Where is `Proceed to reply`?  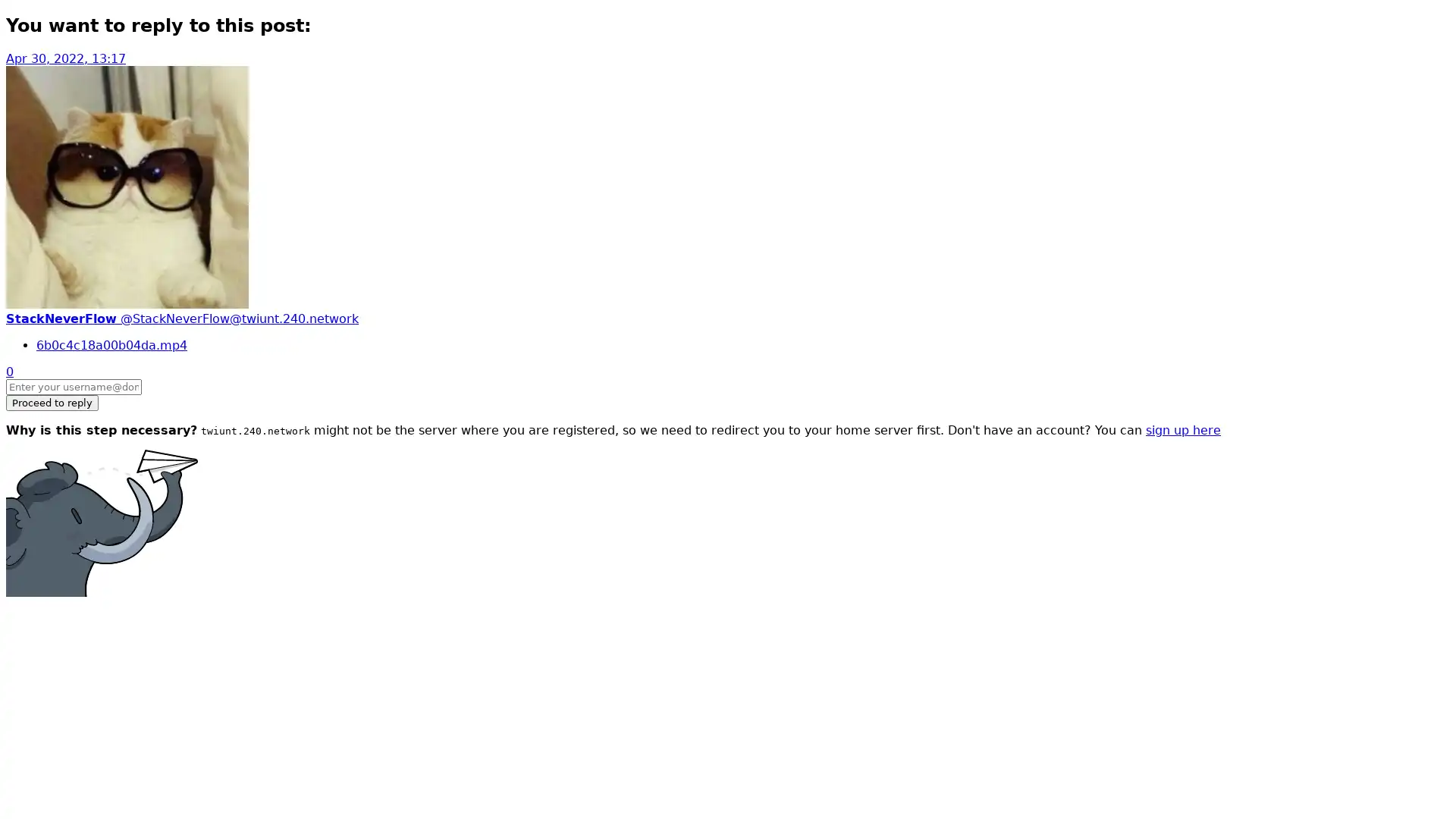 Proceed to reply is located at coordinates (52, 401).